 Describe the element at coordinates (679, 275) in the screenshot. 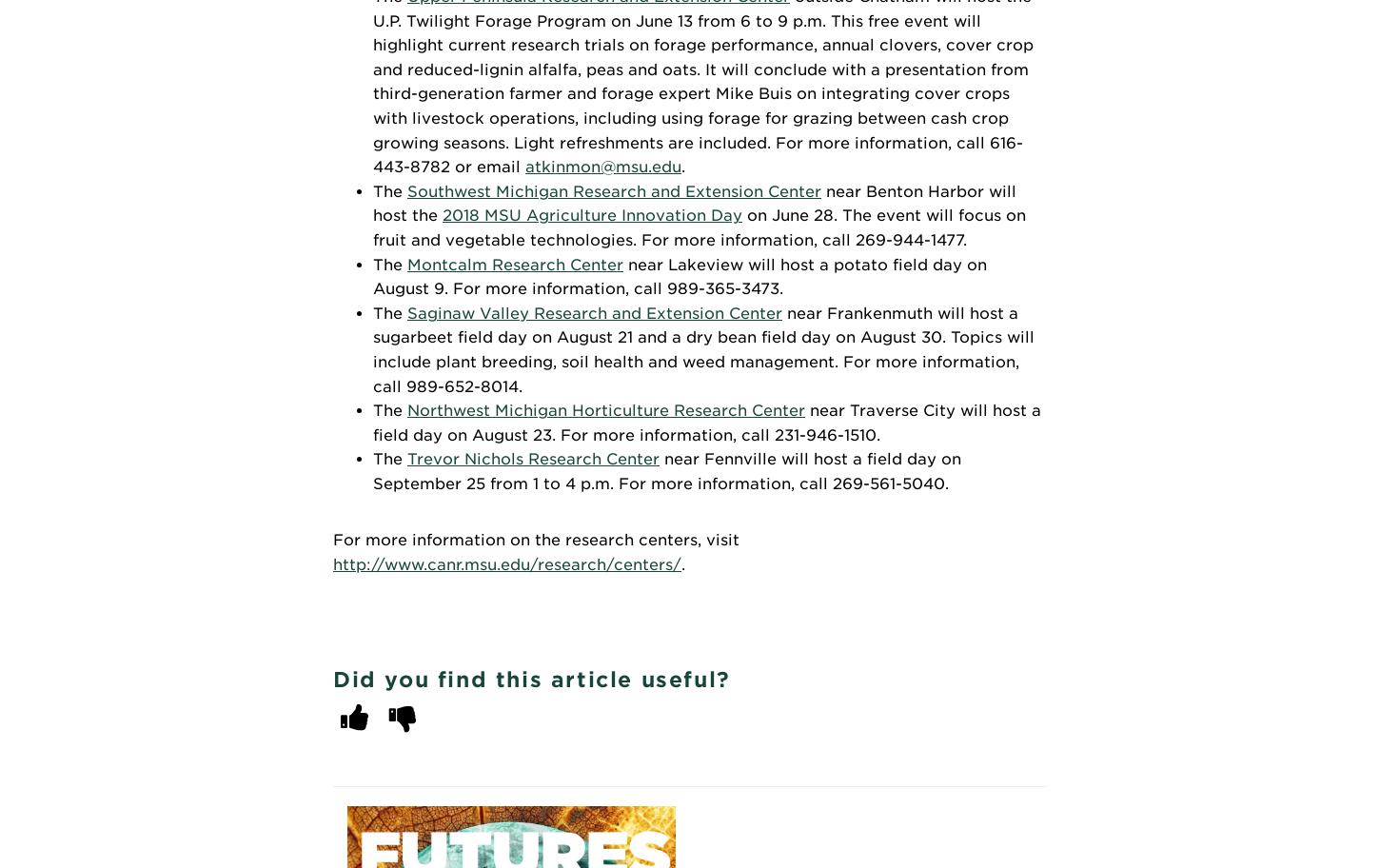

I see `'near Lakeview will host a potato field day on August 9. For more information, call 989-365-3473.'` at that location.